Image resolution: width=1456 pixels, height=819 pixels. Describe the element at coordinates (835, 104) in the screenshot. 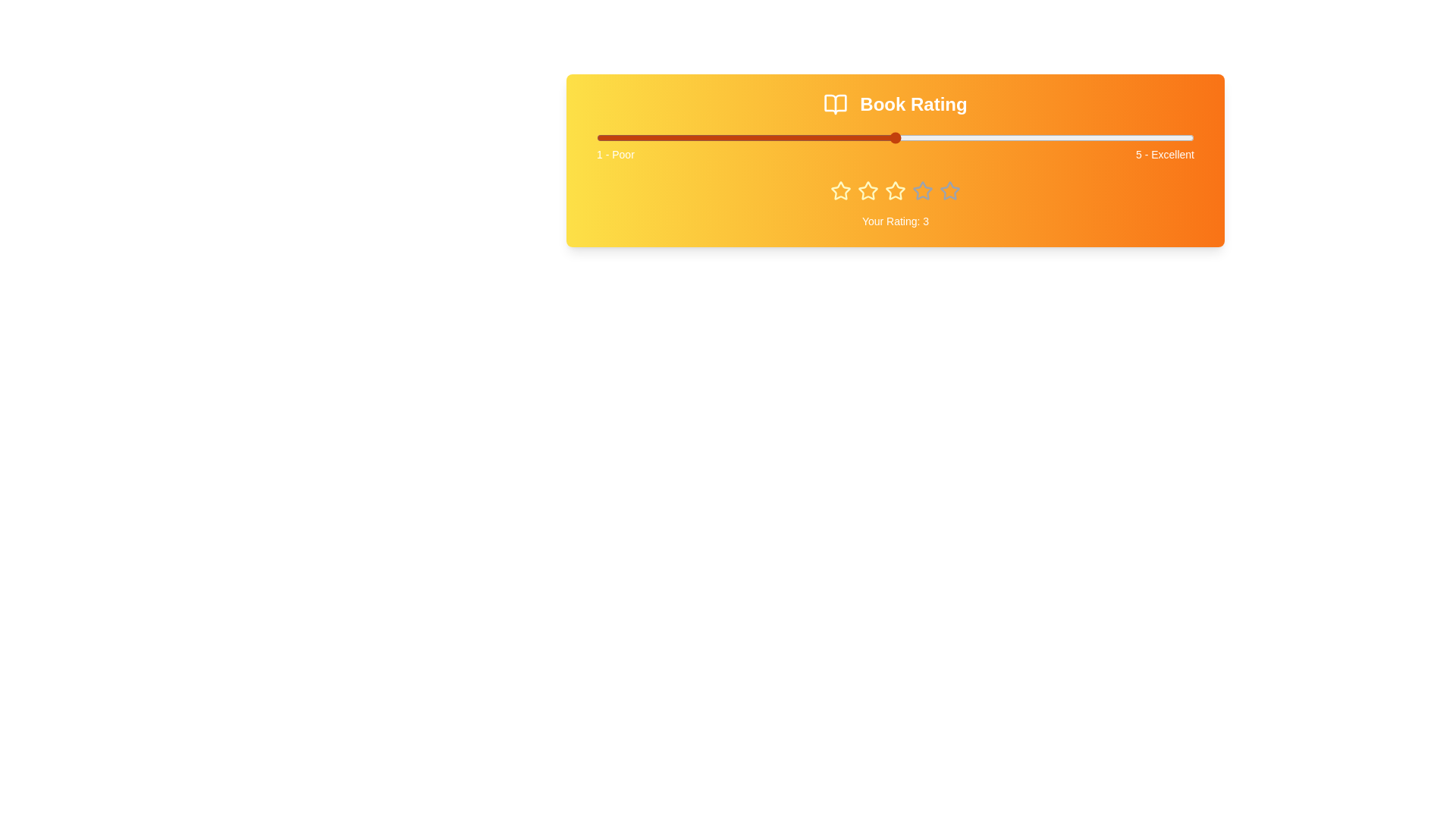

I see `the decorative 'Book Rating' icon located at the top of the layout interface` at that location.